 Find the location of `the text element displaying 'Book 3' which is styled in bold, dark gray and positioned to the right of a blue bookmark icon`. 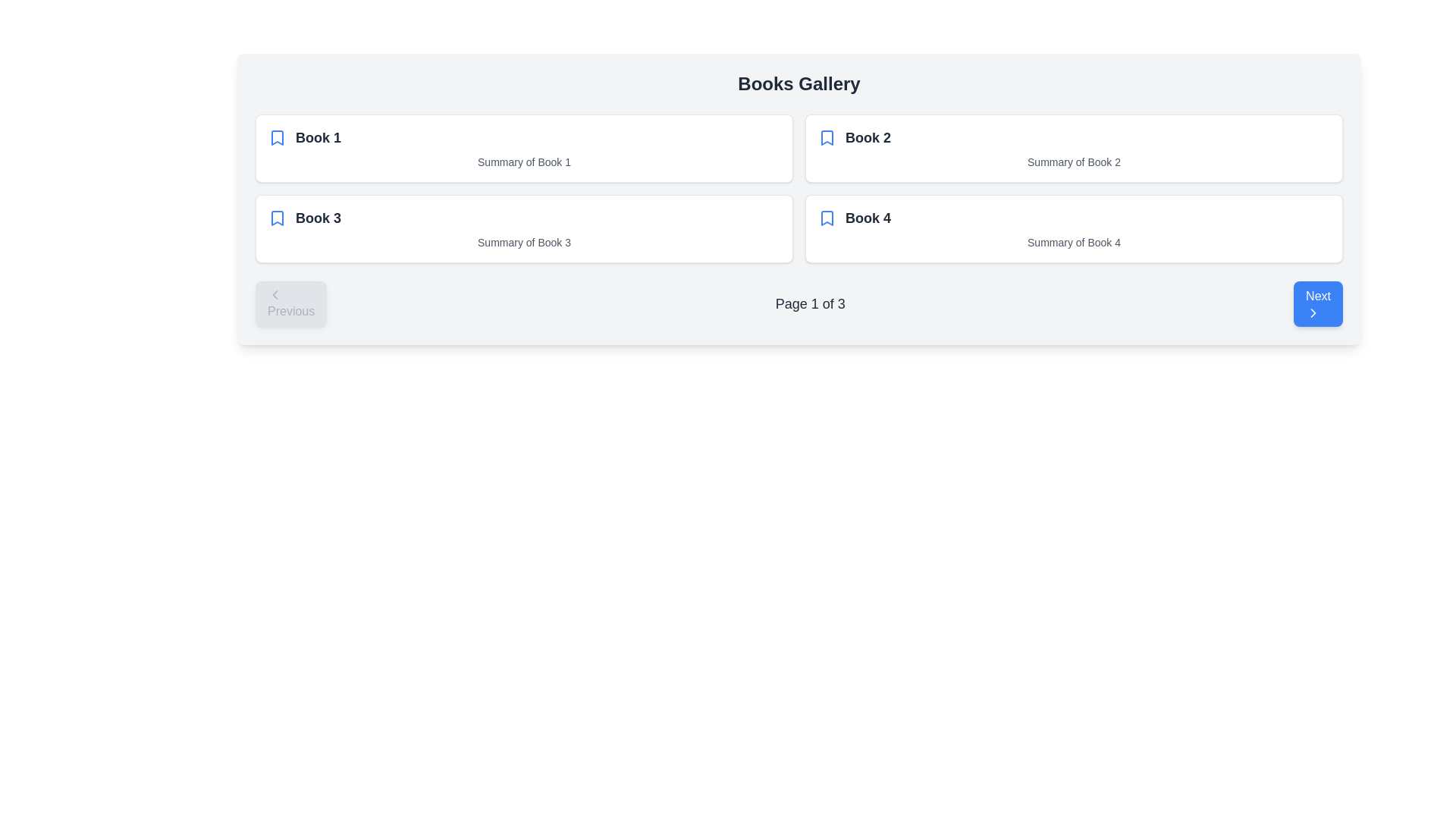

the text element displaying 'Book 3' which is styled in bold, dark gray and positioned to the right of a blue bookmark icon is located at coordinates (318, 218).